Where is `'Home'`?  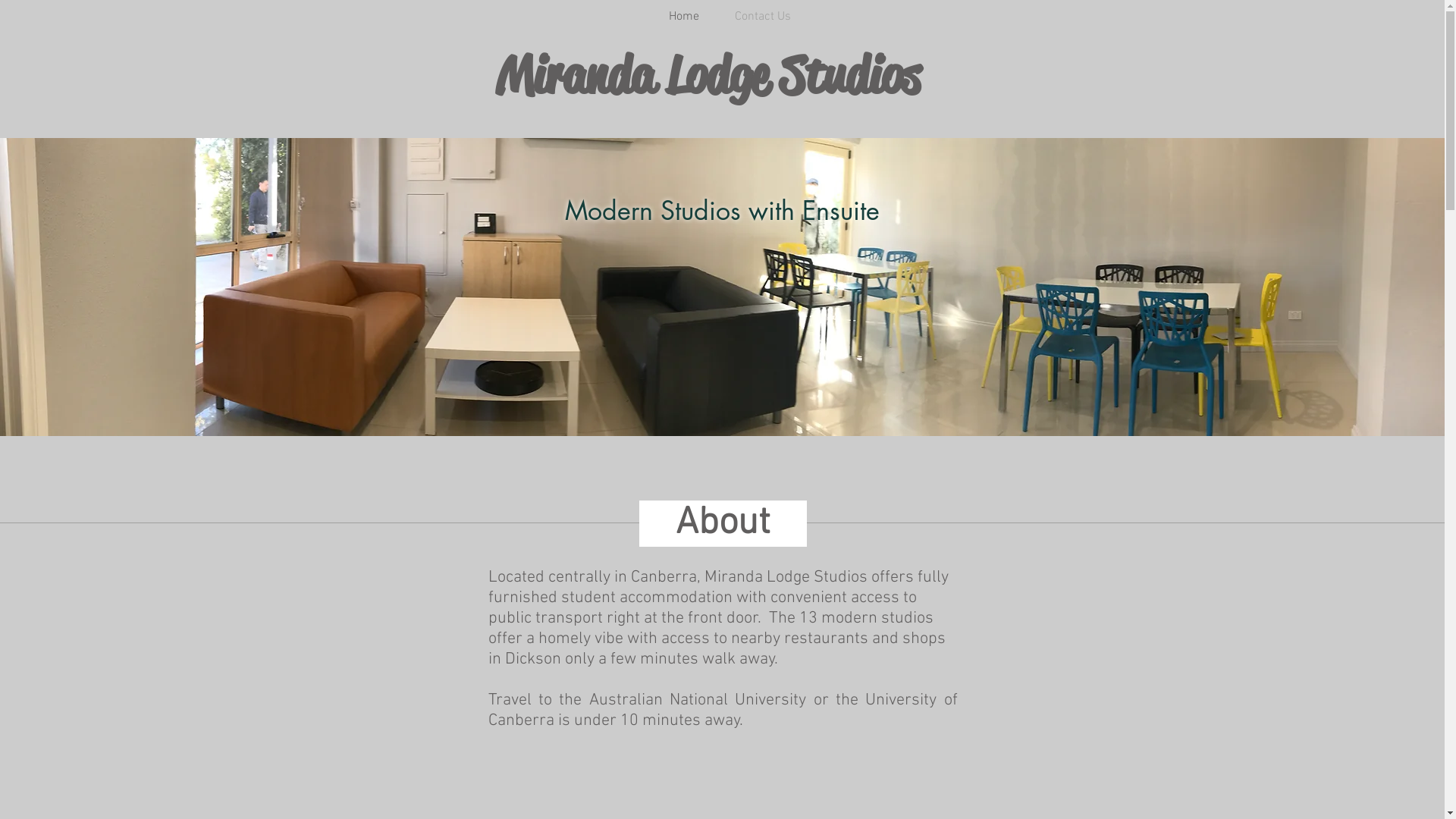 'Home' is located at coordinates (644, 17).